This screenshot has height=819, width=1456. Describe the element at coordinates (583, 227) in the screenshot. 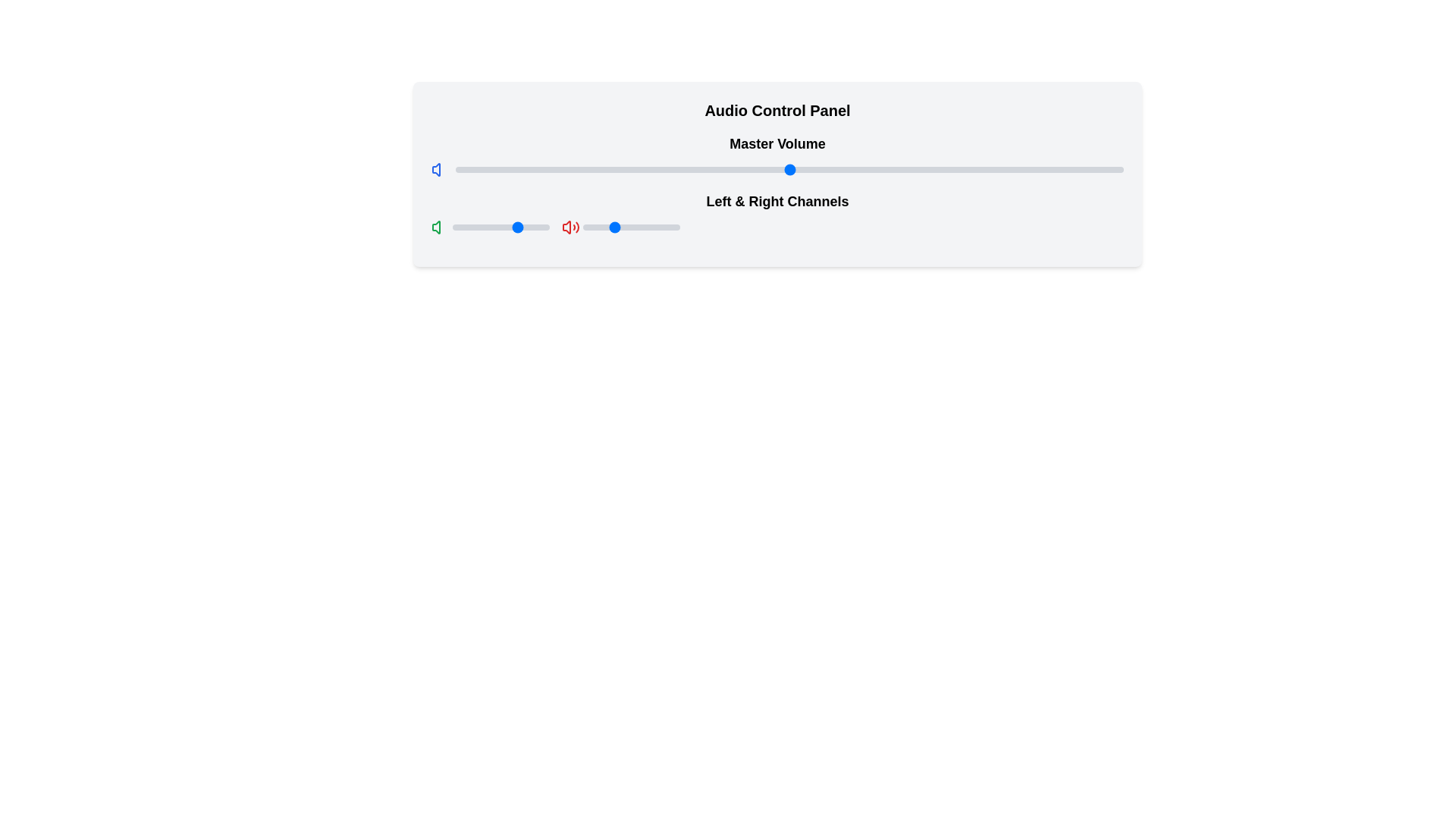

I see `the balance of left and right audio channels` at that location.